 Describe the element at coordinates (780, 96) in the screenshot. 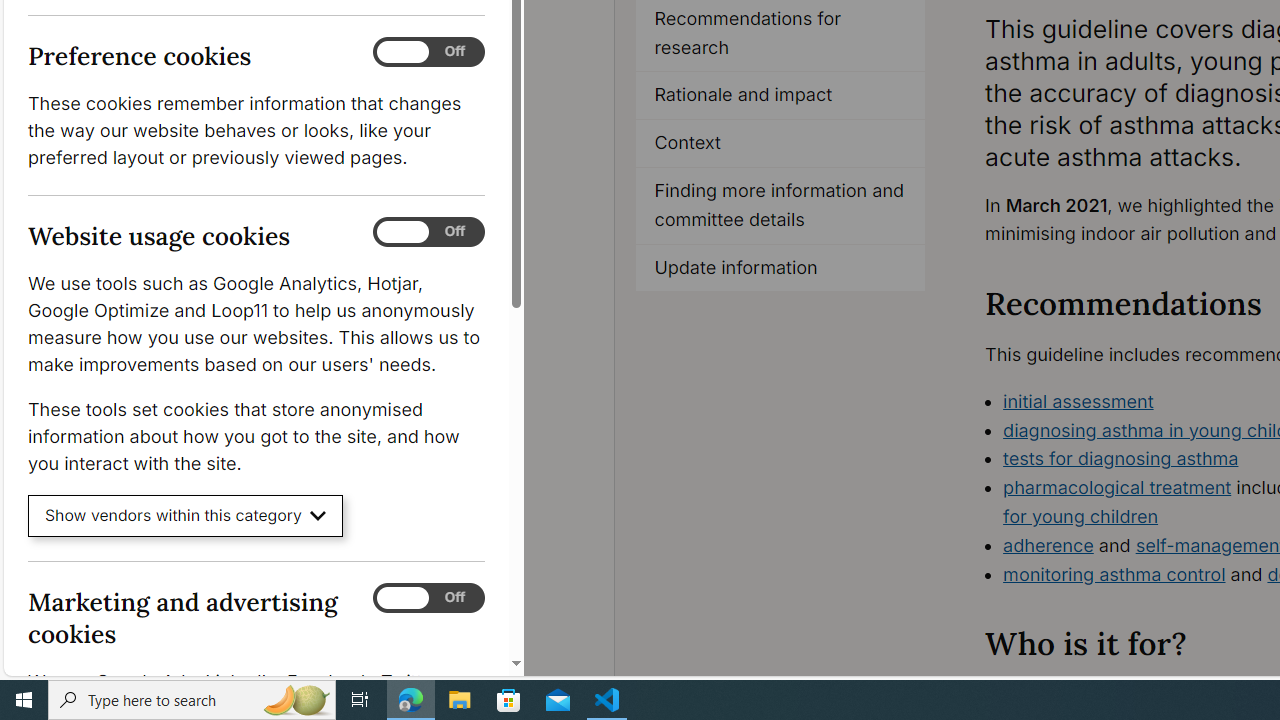

I see `'Rationale and impact'` at that location.